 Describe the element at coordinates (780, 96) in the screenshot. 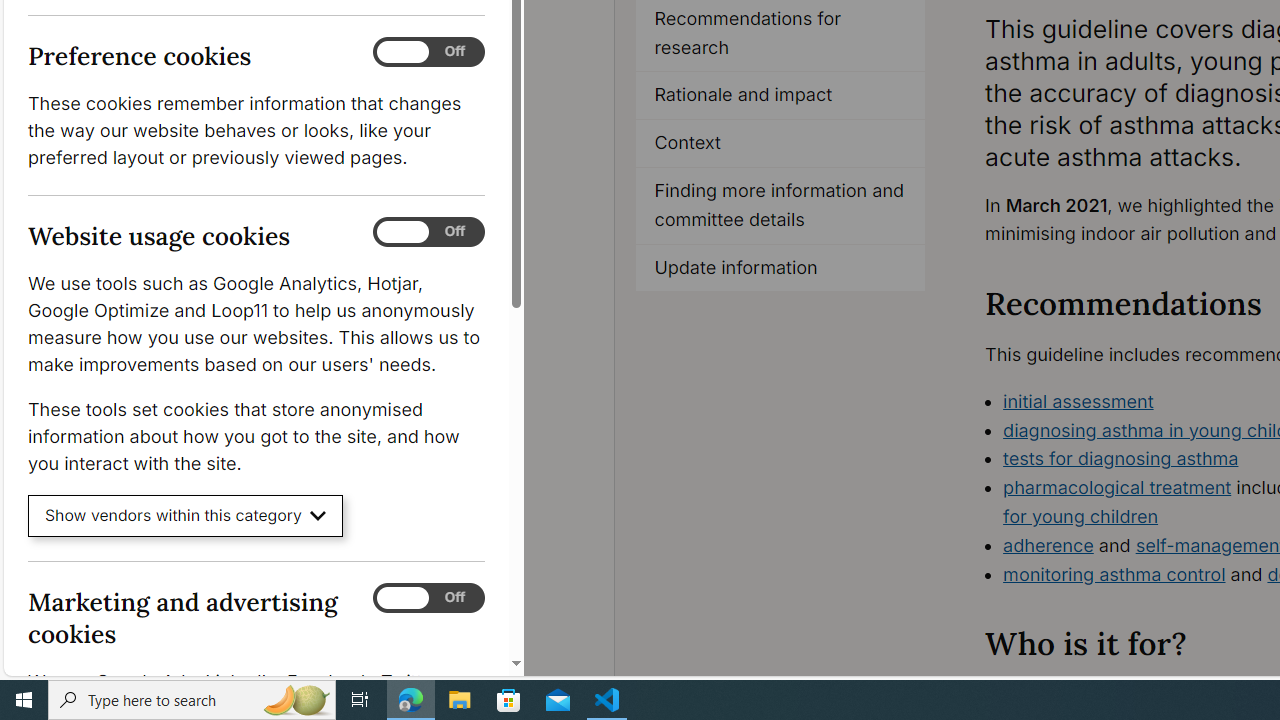

I see `'Rationale and impact'` at that location.